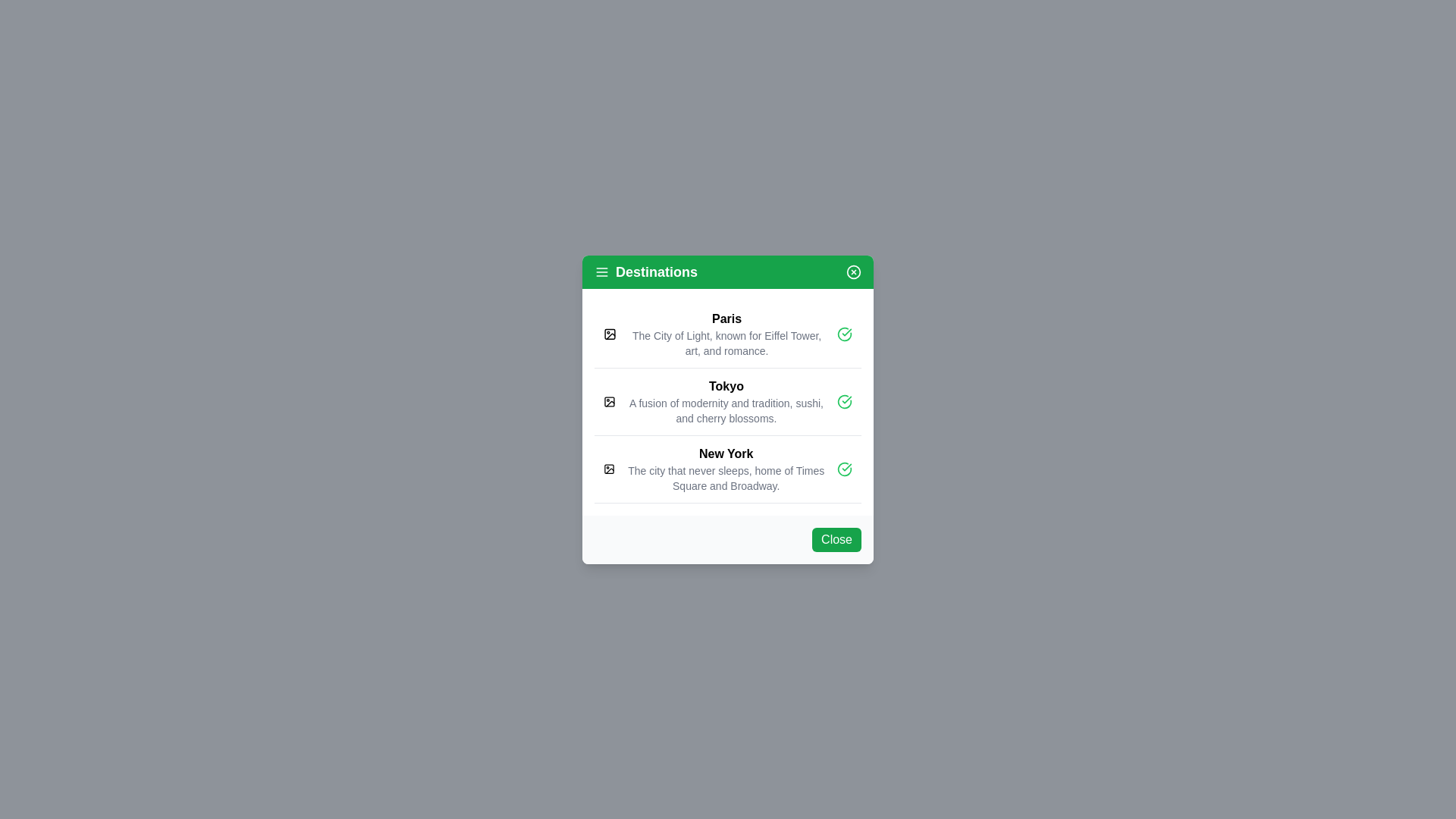  Describe the element at coordinates (843, 400) in the screenshot. I see `the confirmation icon located on the right side of the 'Tokyo' row to confirm or toggle its status` at that location.